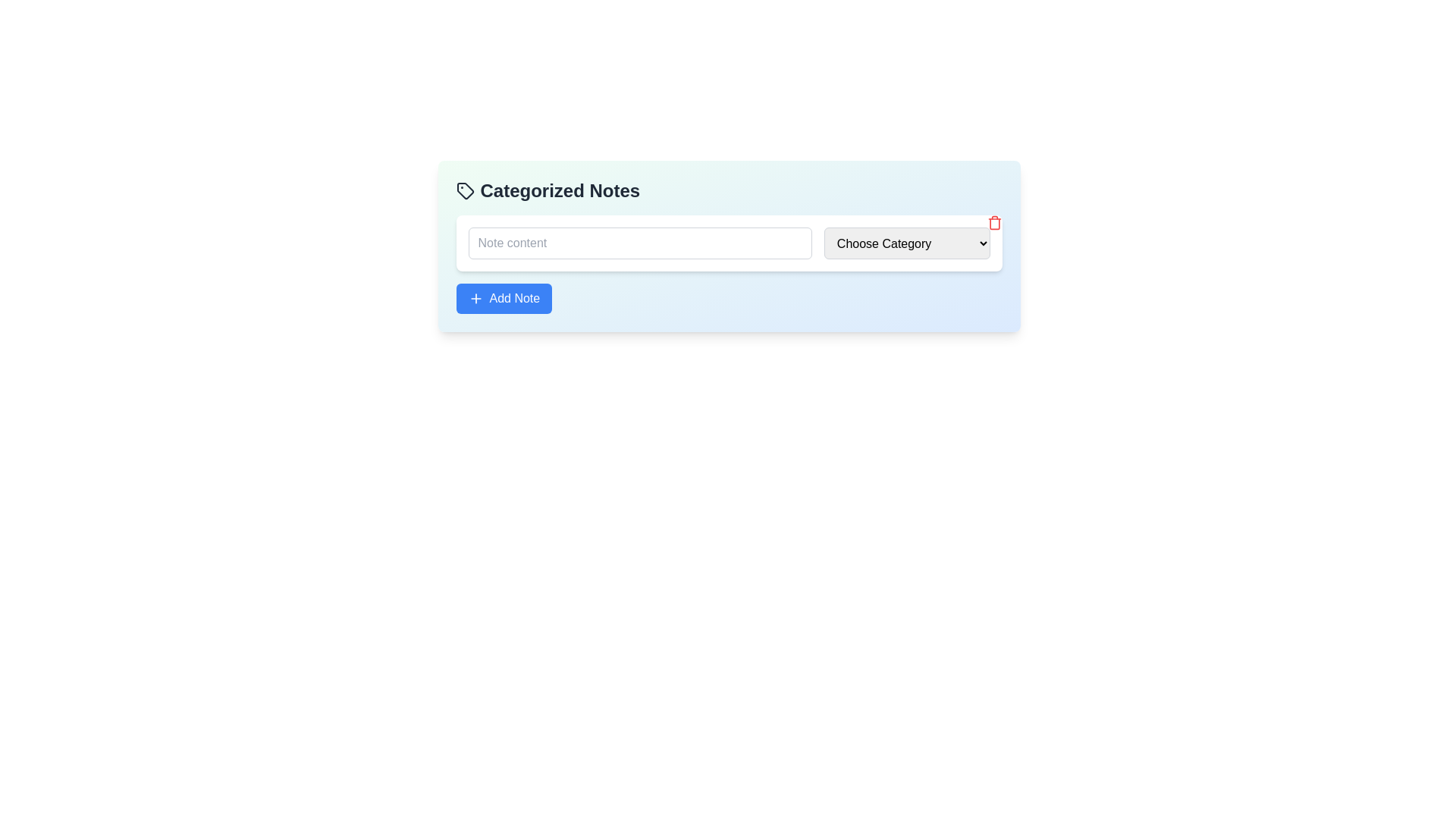  I want to click on the trash bin icon located in the top-right corner of the card, so click(994, 222).